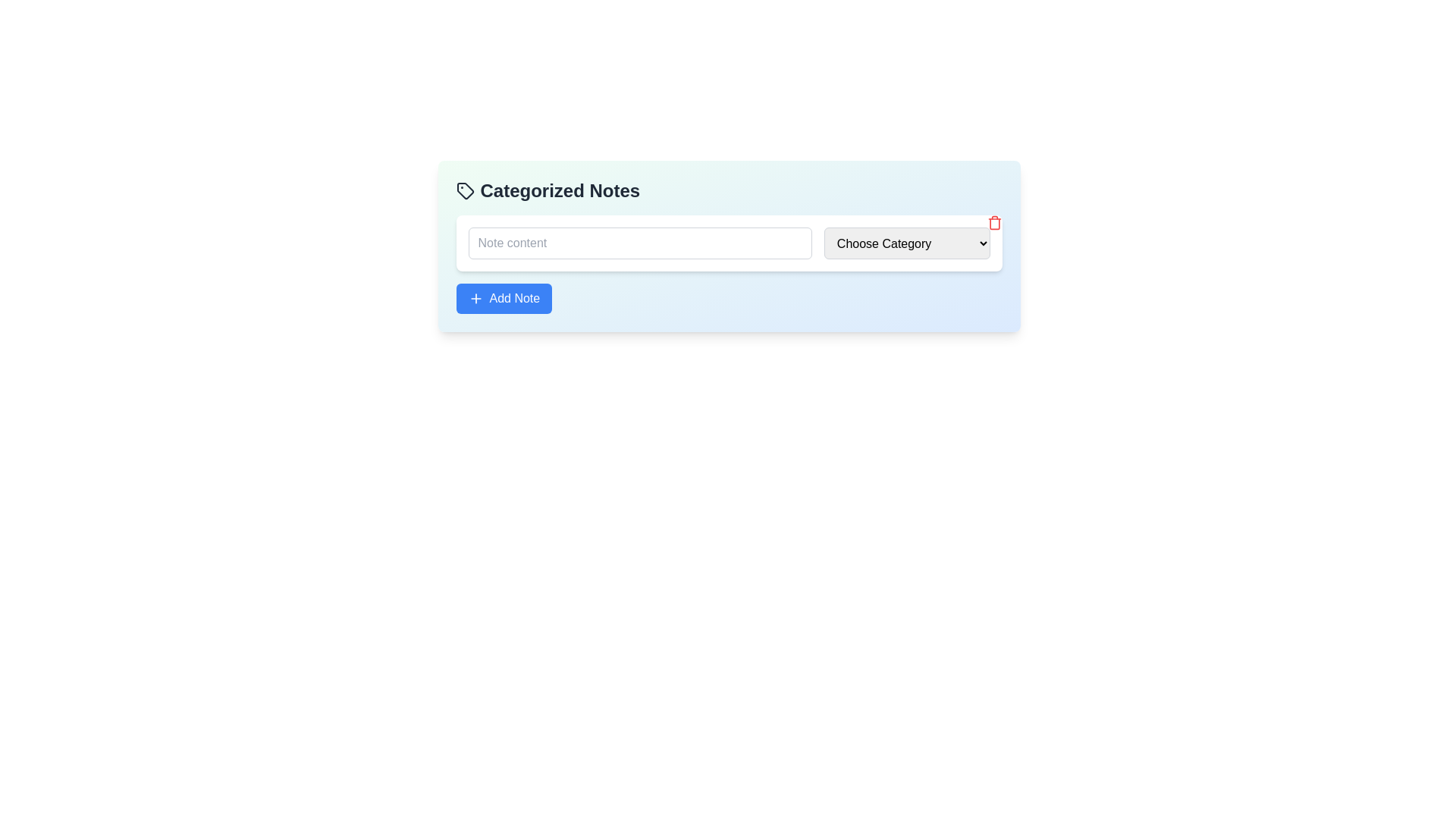  I want to click on the trash bin icon located in the top-right corner of the card, so click(994, 222).